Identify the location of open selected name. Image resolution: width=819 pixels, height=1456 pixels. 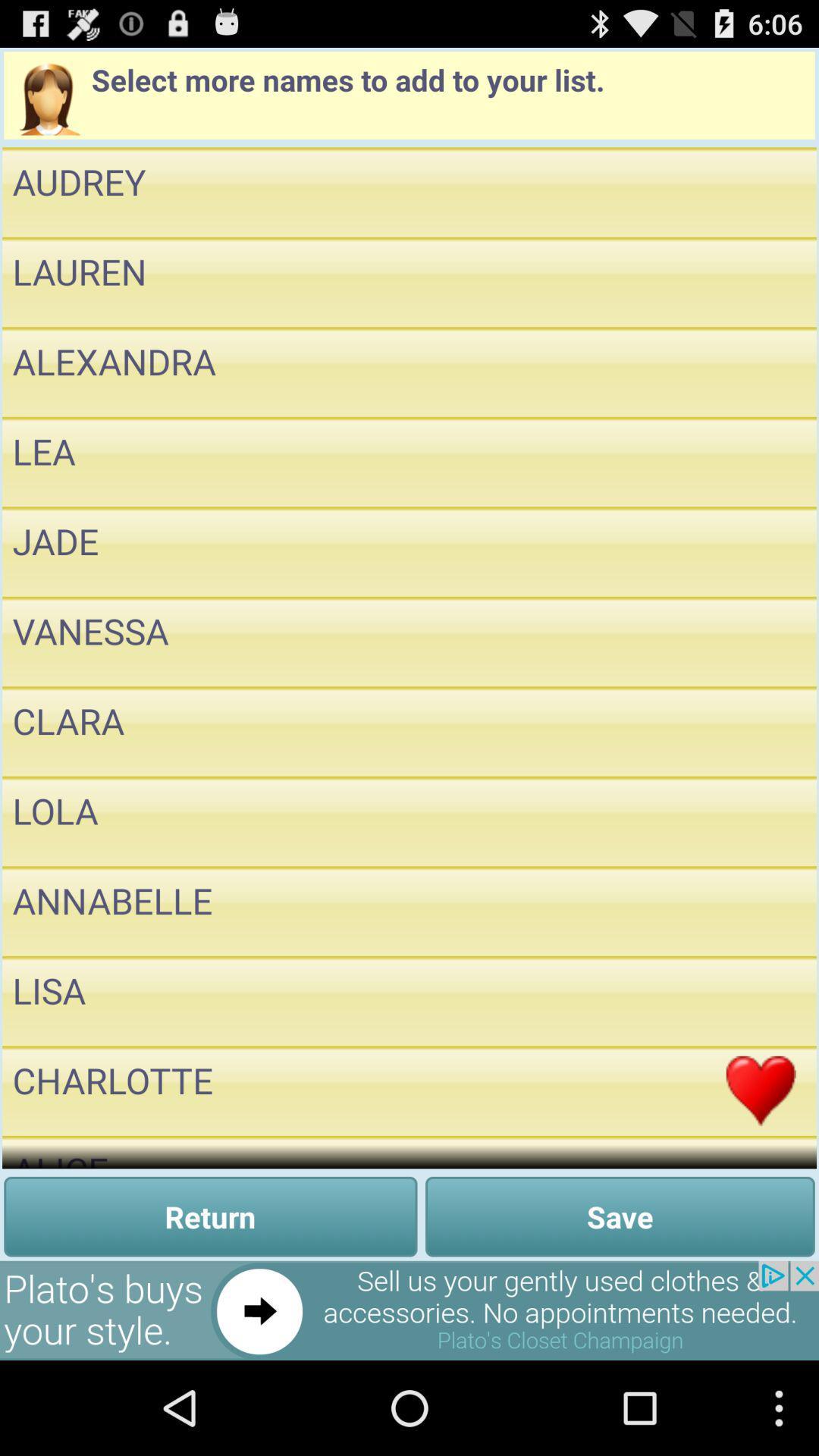
(761, 821).